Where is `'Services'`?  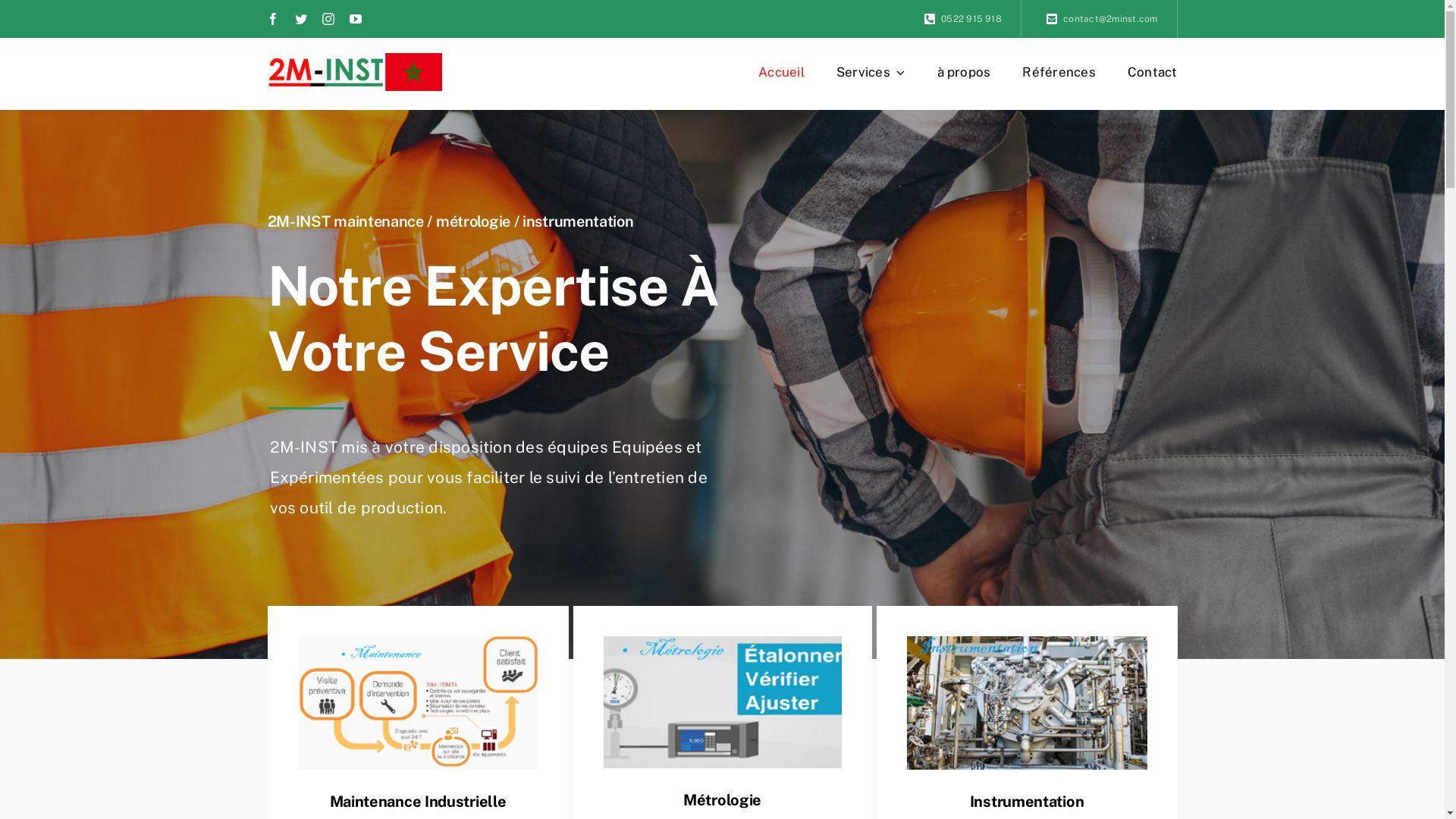
'Services' is located at coordinates (871, 72).